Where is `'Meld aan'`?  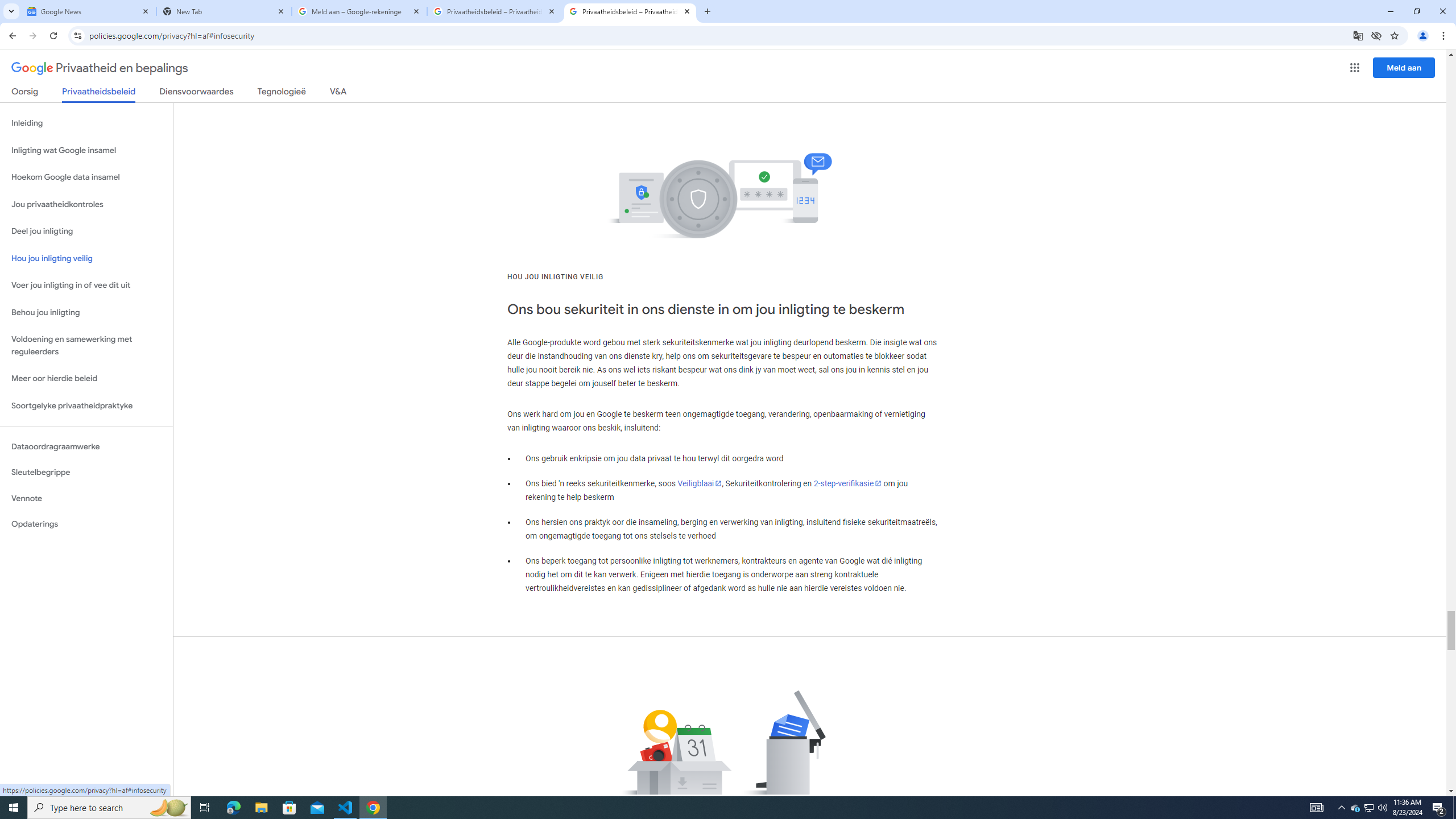
'Meld aan' is located at coordinates (1404, 67).